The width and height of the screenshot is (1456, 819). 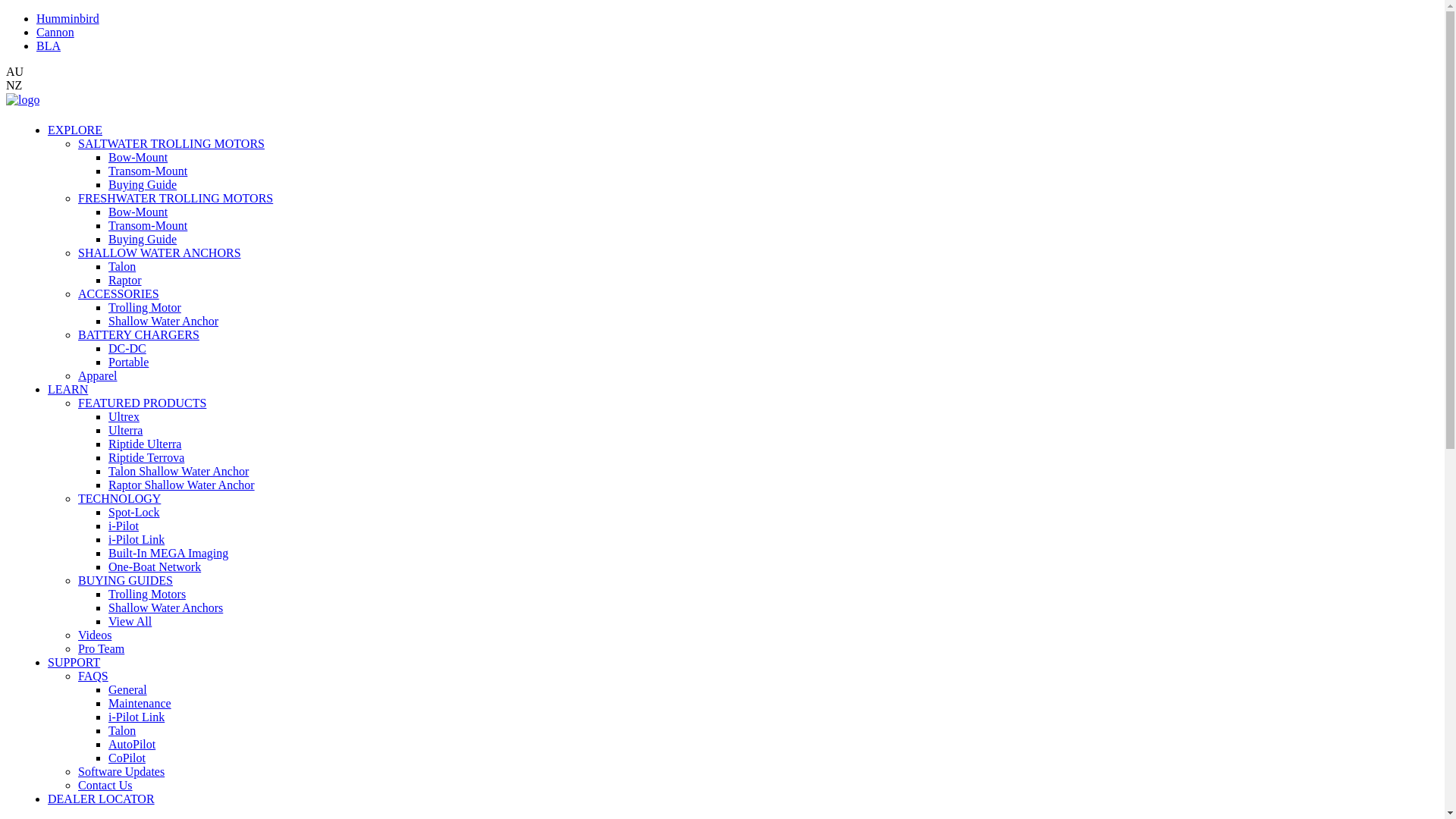 What do you see at coordinates (77, 375) in the screenshot?
I see `'Apparel'` at bounding box center [77, 375].